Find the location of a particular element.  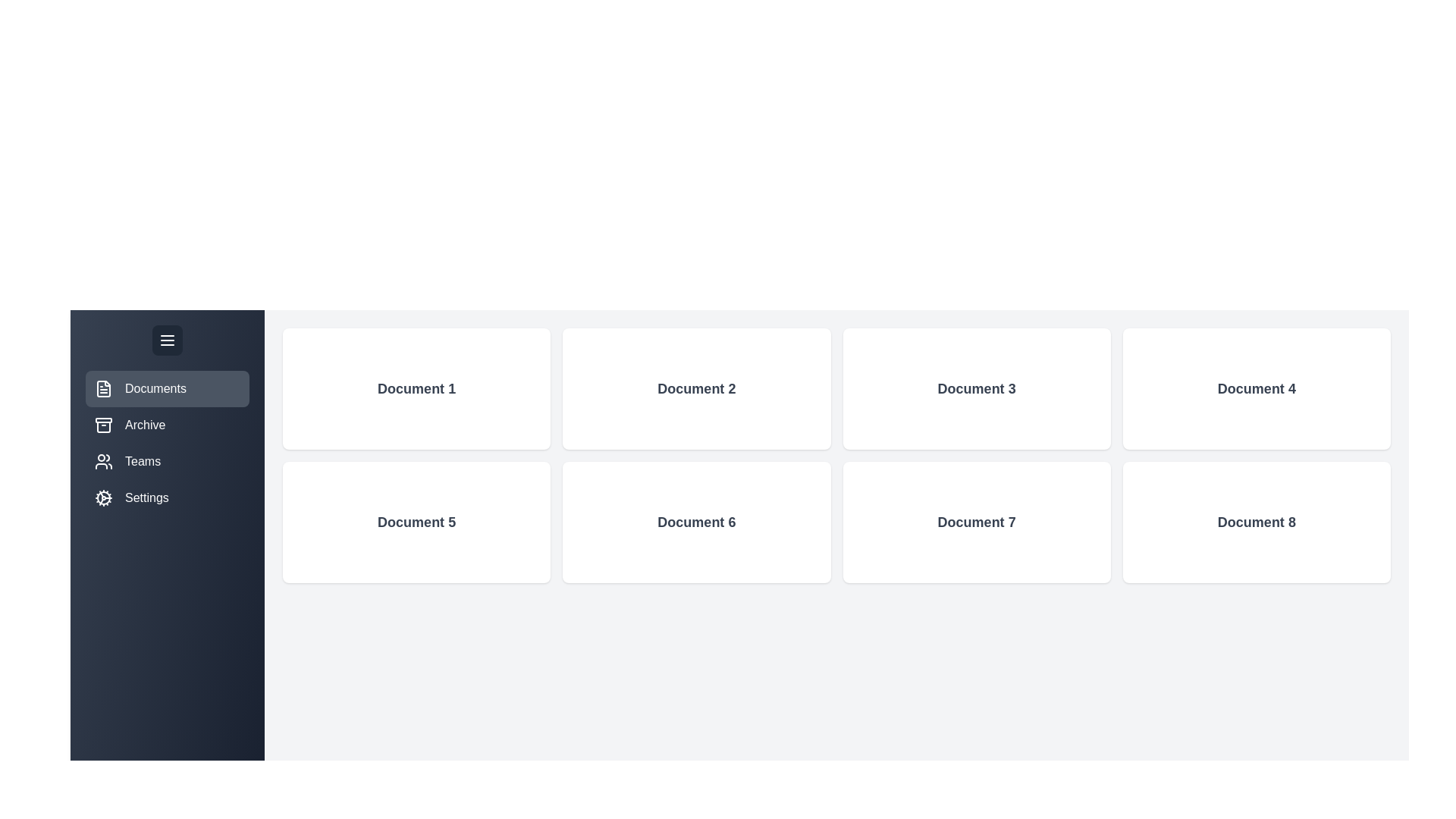

the 'Document 1' card to view its details is located at coordinates (416, 388).